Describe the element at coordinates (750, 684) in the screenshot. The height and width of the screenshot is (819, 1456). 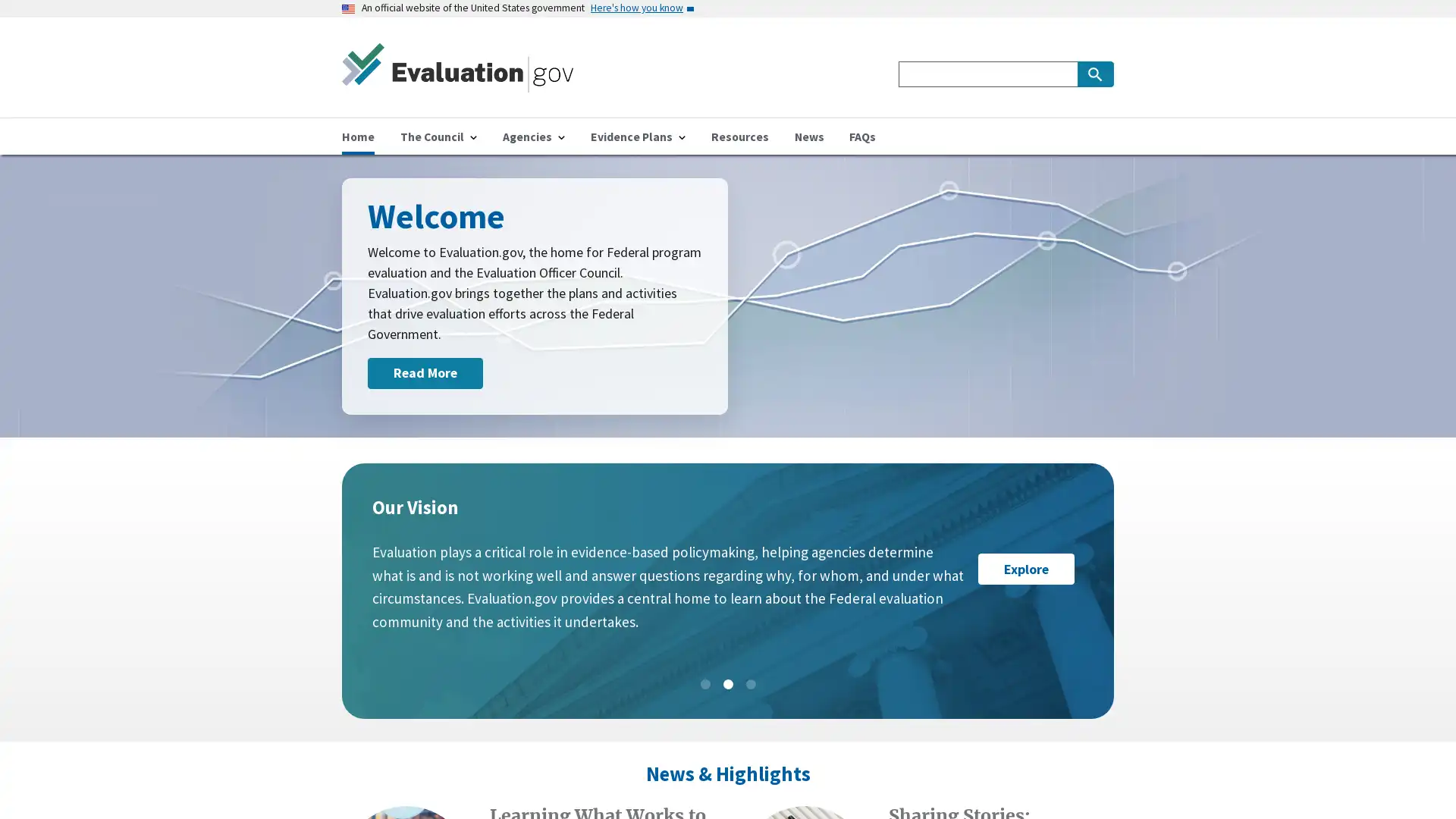
I see `Slide: 3` at that location.